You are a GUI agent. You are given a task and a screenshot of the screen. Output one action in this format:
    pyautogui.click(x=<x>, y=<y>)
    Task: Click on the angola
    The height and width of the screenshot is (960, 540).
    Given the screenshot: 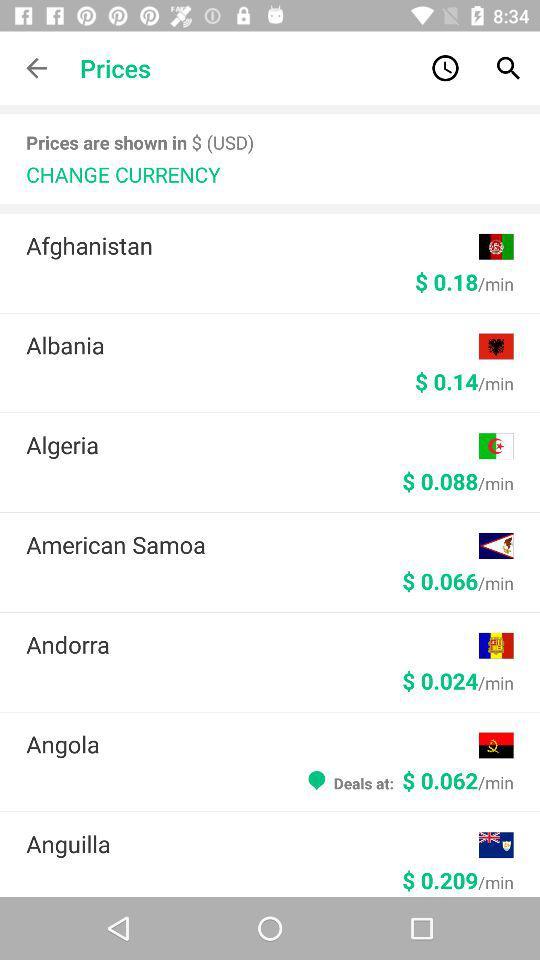 What is the action you would take?
    pyautogui.click(x=252, y=743)
    